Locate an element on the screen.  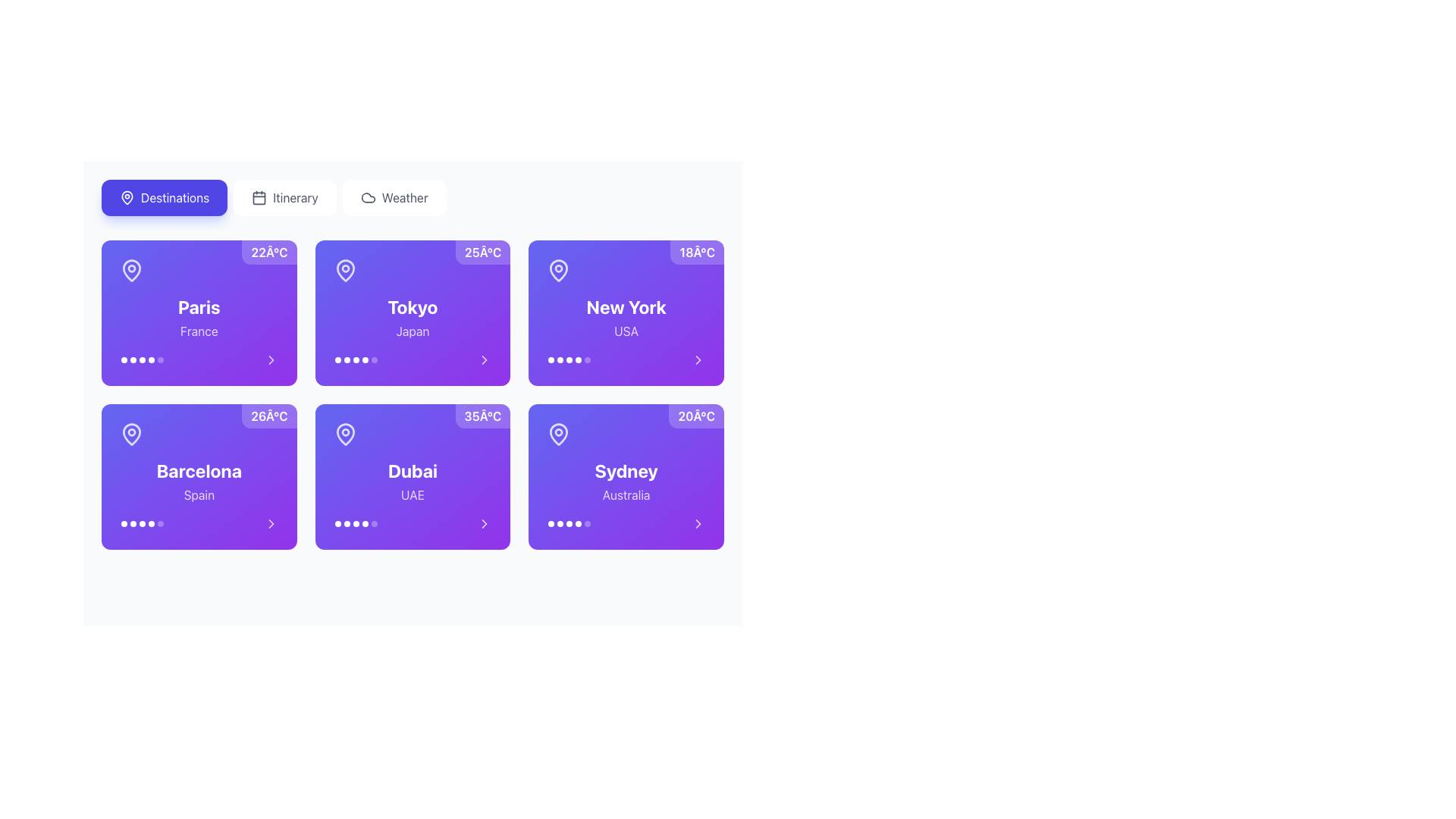
the temperature indicator label in the top-right corner of the 'Paris, France' card is located at coordinates (269, 251).